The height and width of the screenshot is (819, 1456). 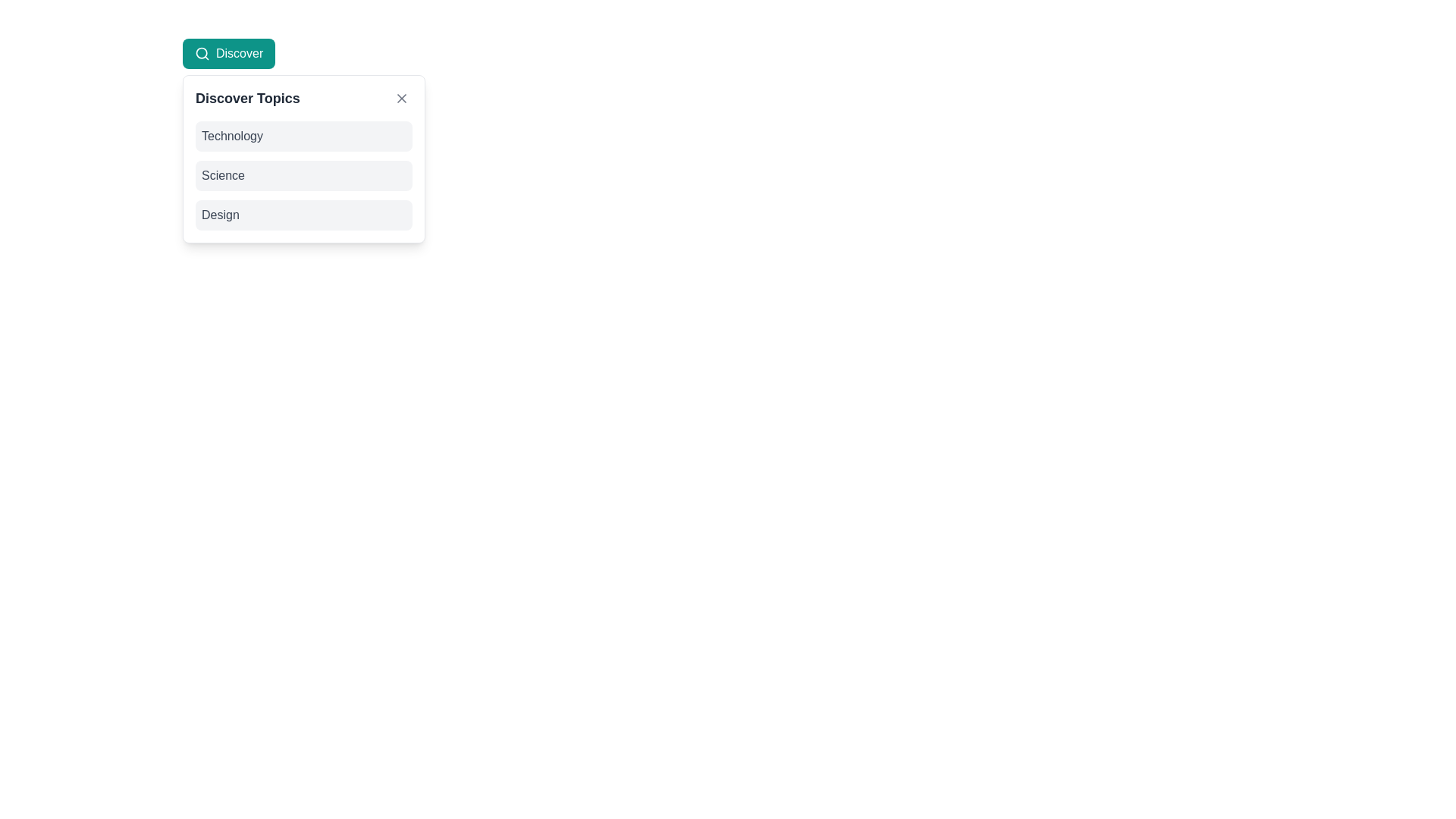 I want to click on the 'Design' label located within the 'Discover Topics' panel, situated between 'Science' and the bottom margin, so click(x=219, y=215).